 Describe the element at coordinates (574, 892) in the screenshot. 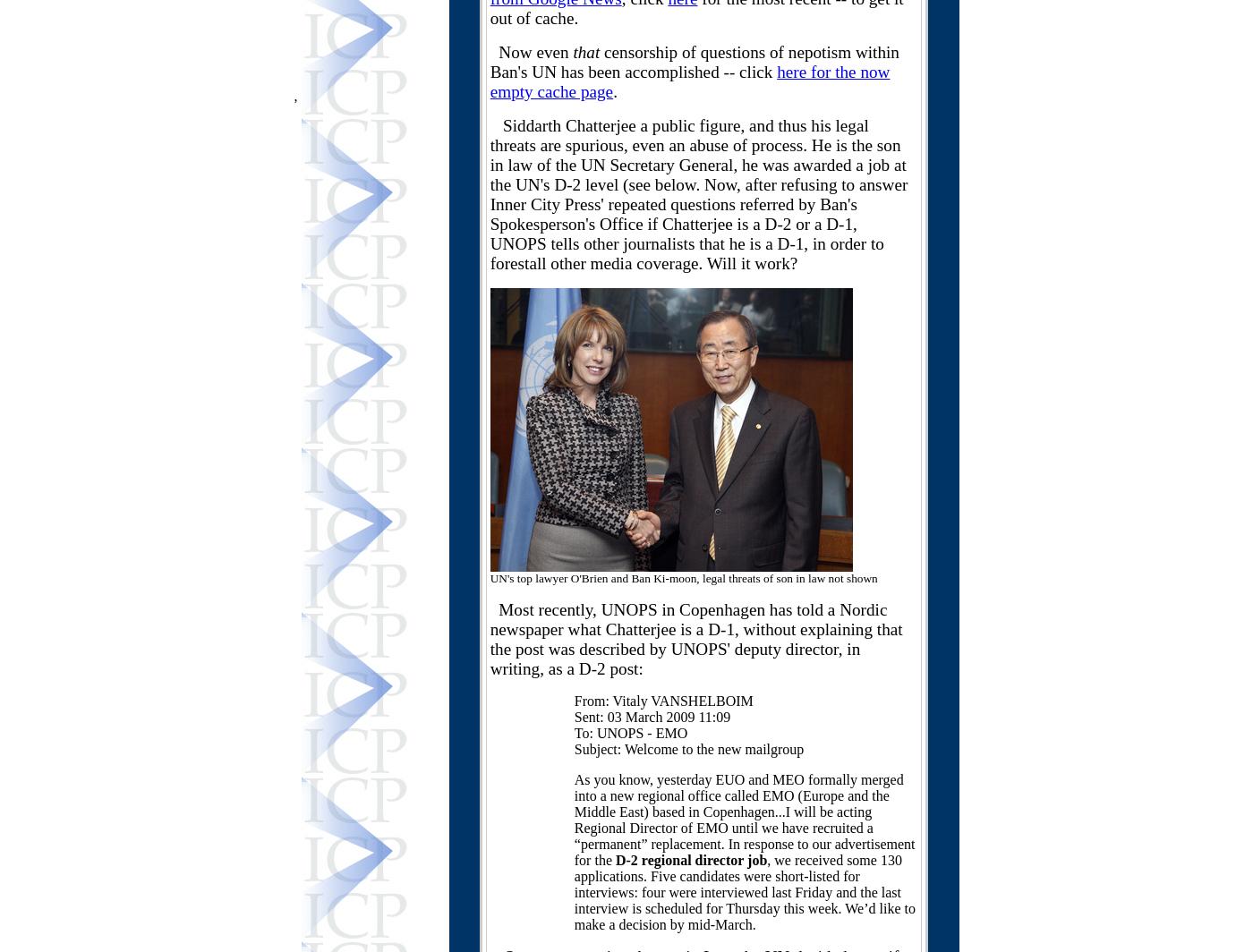

I see `', we received some 130
applications. Five candidates were short-listed for interviews: four
were interviewed last Friday and the last interview is scheduled for
Thursday this week. We’d like to make a decision by mid-March.'` at that location.